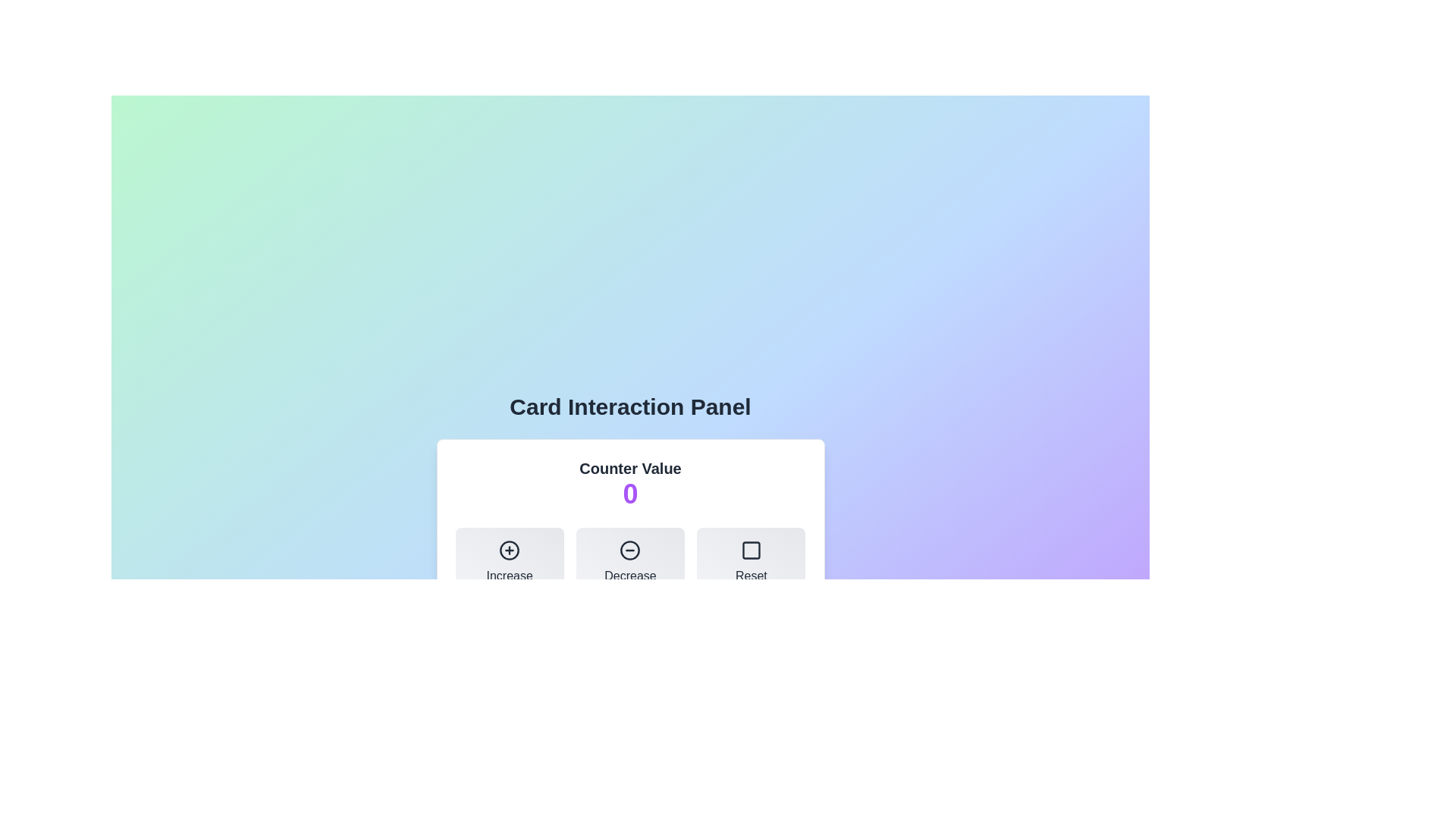 Image resolution: width=1456 pixels, height=819 pixels. What do you see at coordinates (630, 467) in the screenshot?
I see `the Text Label that provides context for the numeric value displayed below it, which is centrally located above the numerical display` at bounding box center [630, 467].